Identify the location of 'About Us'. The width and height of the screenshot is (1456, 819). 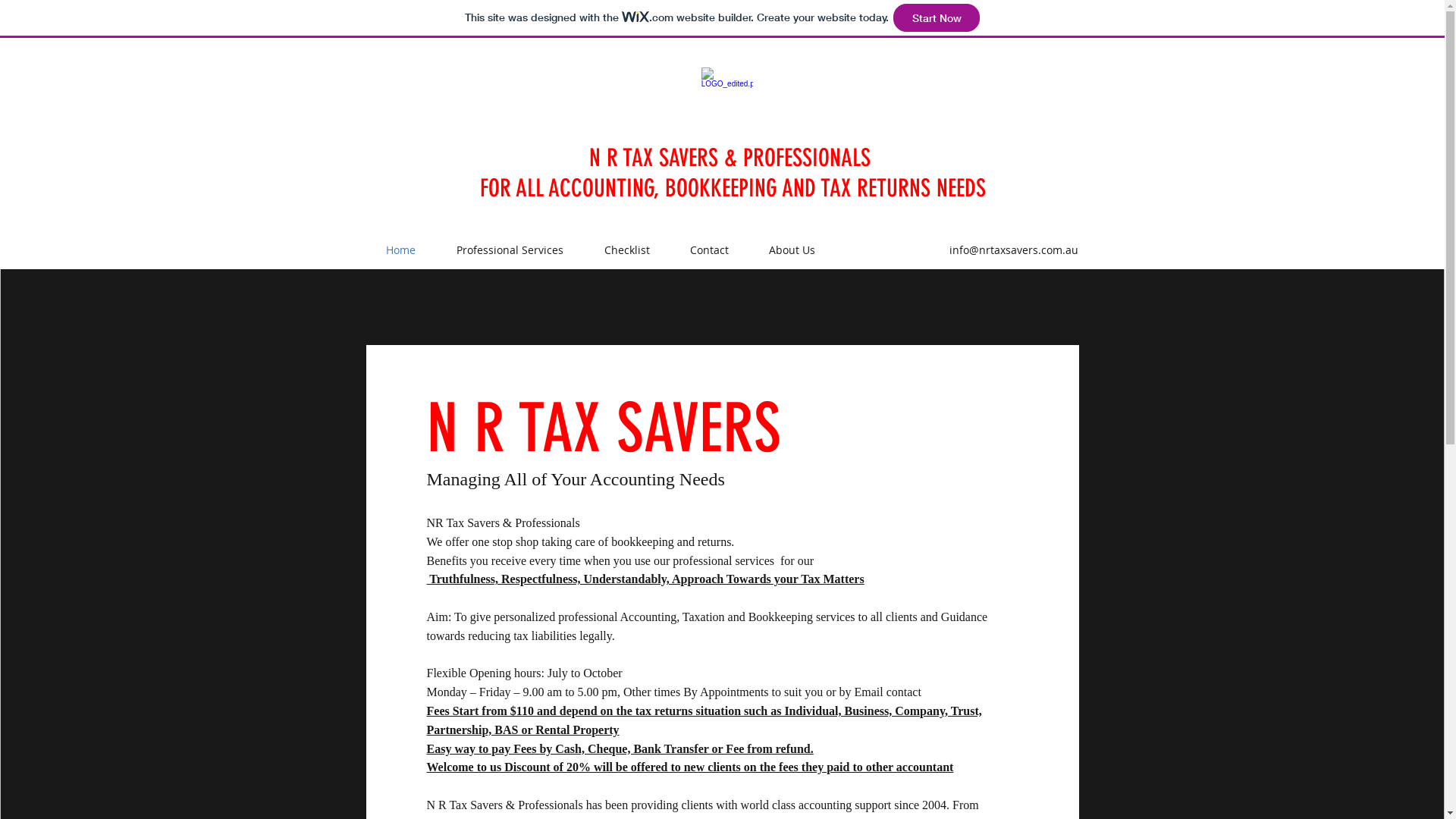
(790, 249).